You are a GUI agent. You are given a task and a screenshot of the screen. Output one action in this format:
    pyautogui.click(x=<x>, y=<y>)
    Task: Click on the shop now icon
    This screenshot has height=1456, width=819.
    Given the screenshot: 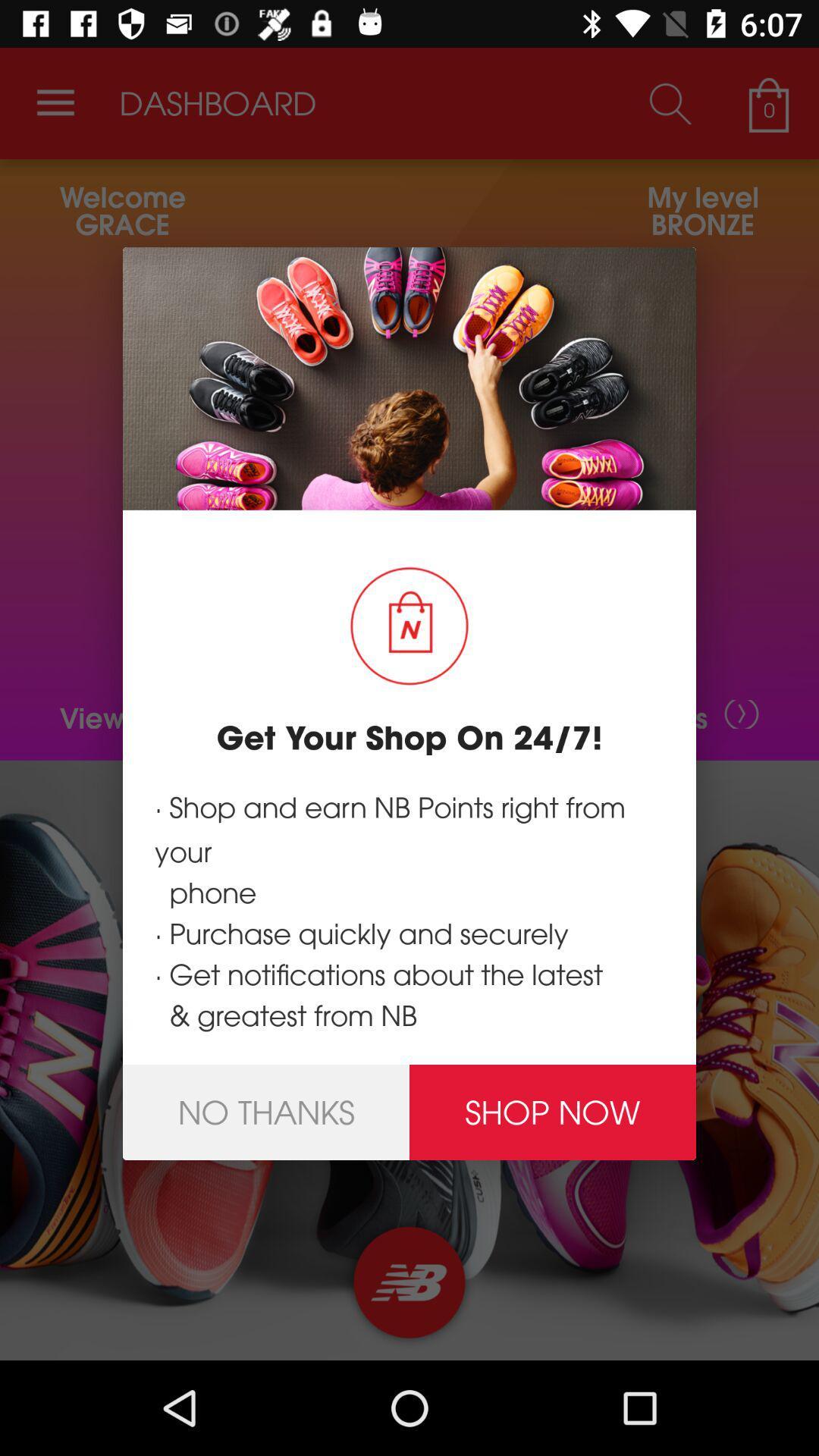 What is the action you would take?
    pyautogui.click(x=553, y=1112)
    